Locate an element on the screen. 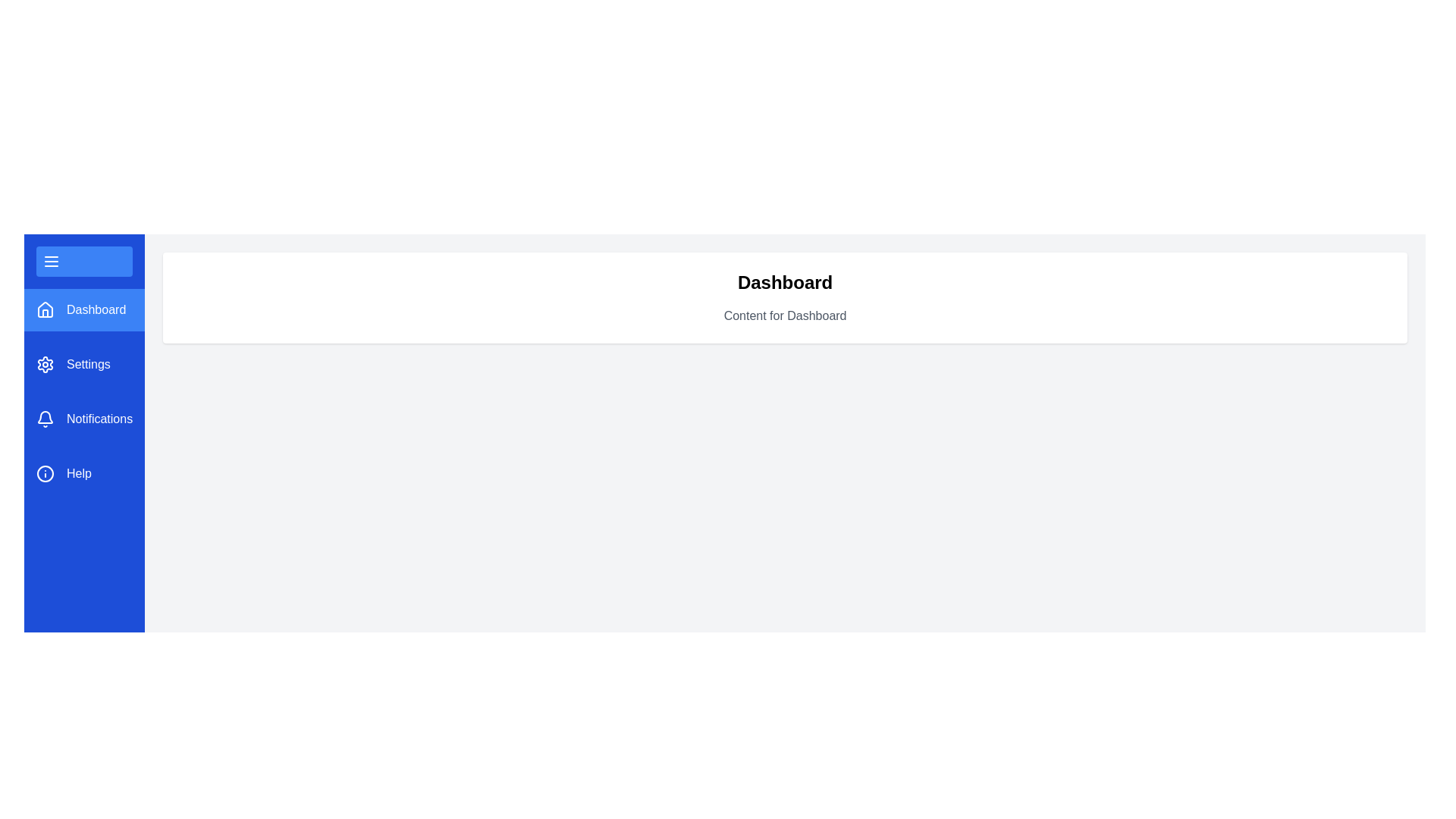 This screenshot has height=819, width=1456. the 'Help' icon located in the lower part of the left sidebar, which precedes the text 'Help' is located at coordinates (45, 472).